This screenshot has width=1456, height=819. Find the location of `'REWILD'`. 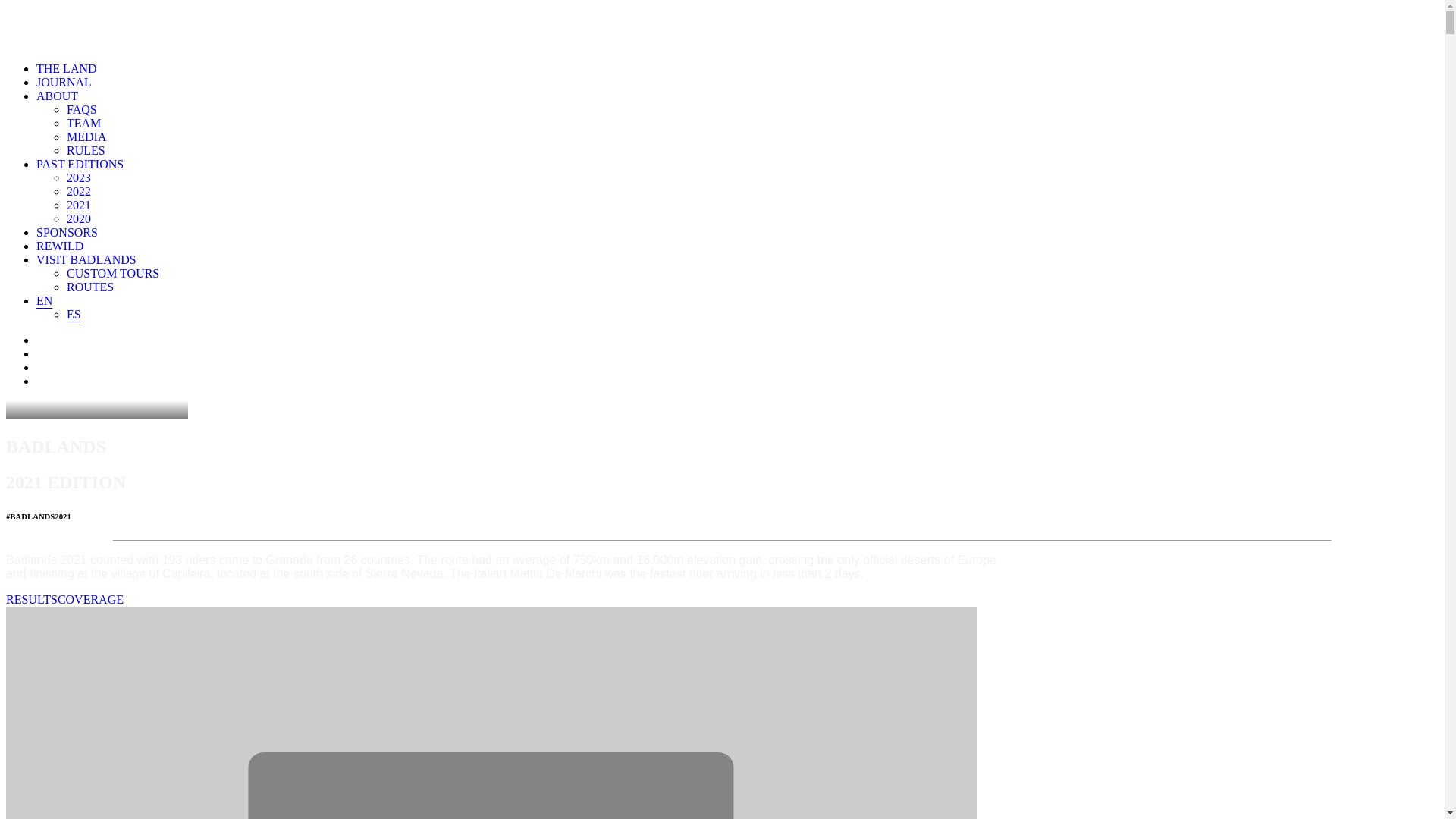

'REWILD' is located at coordinates (59, 245).